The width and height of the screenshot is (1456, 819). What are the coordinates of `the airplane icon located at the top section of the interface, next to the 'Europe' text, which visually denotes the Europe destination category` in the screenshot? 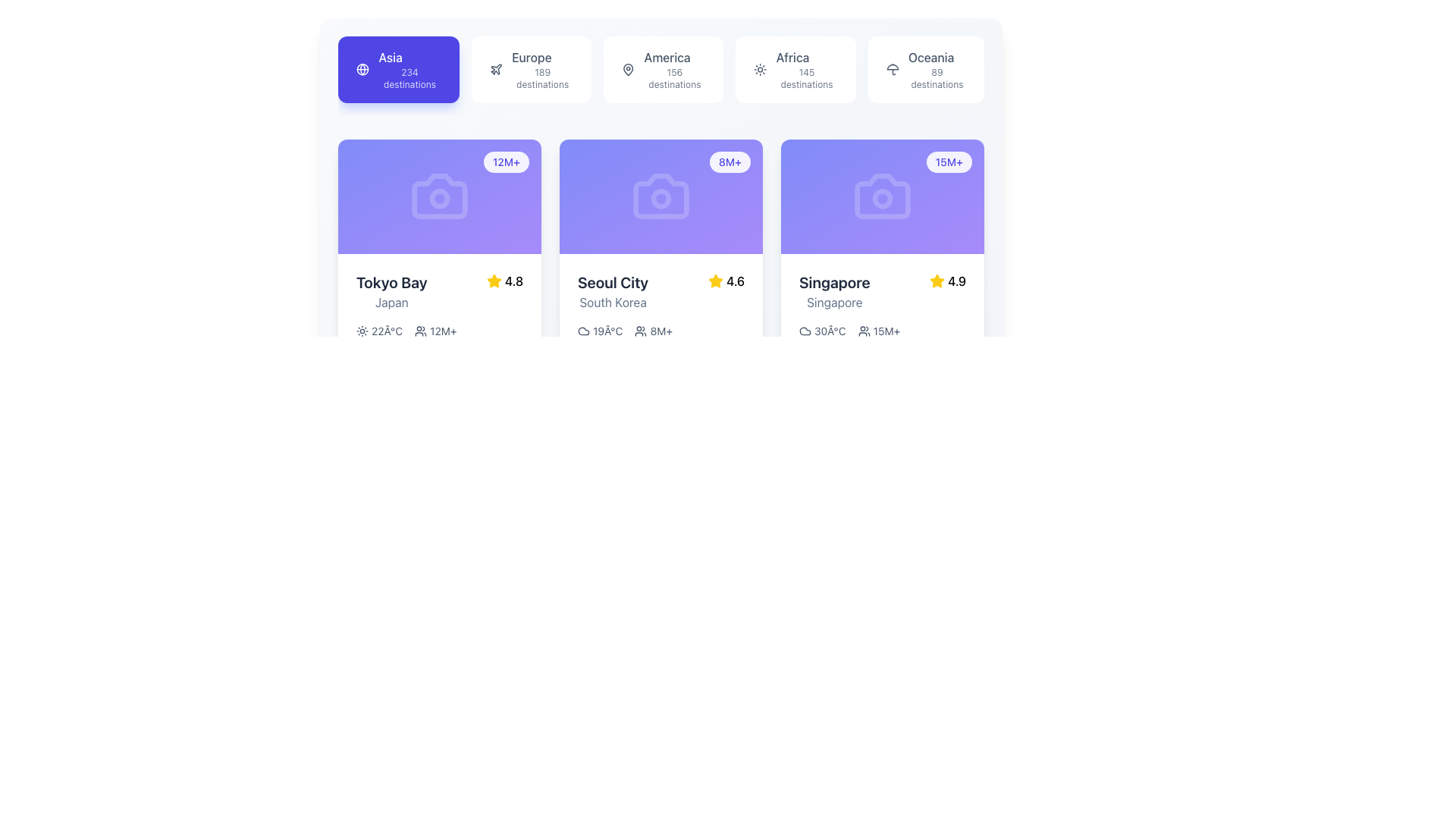 It's located at (496, 69).